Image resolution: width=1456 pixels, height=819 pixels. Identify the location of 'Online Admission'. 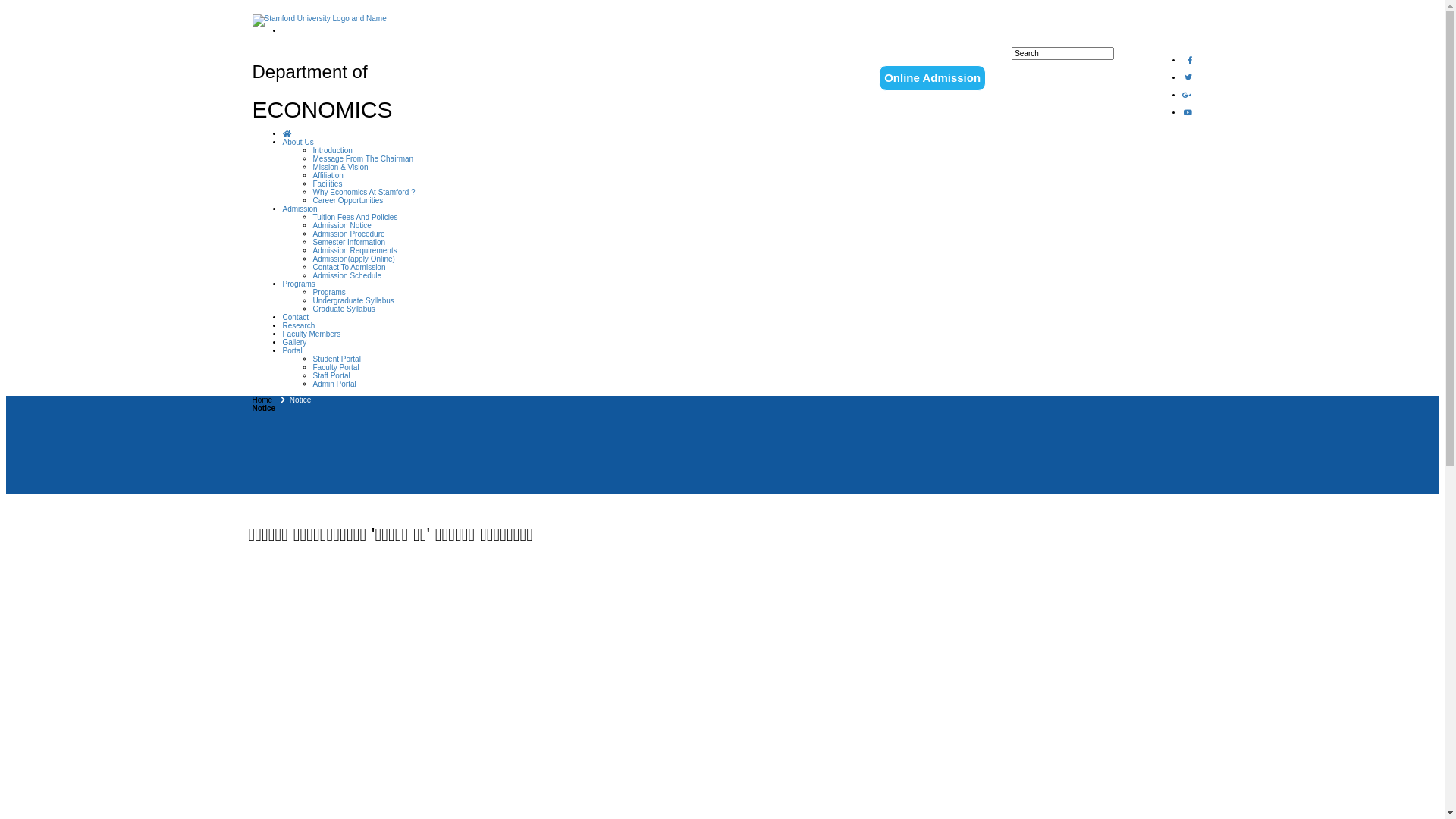
(931, 78).